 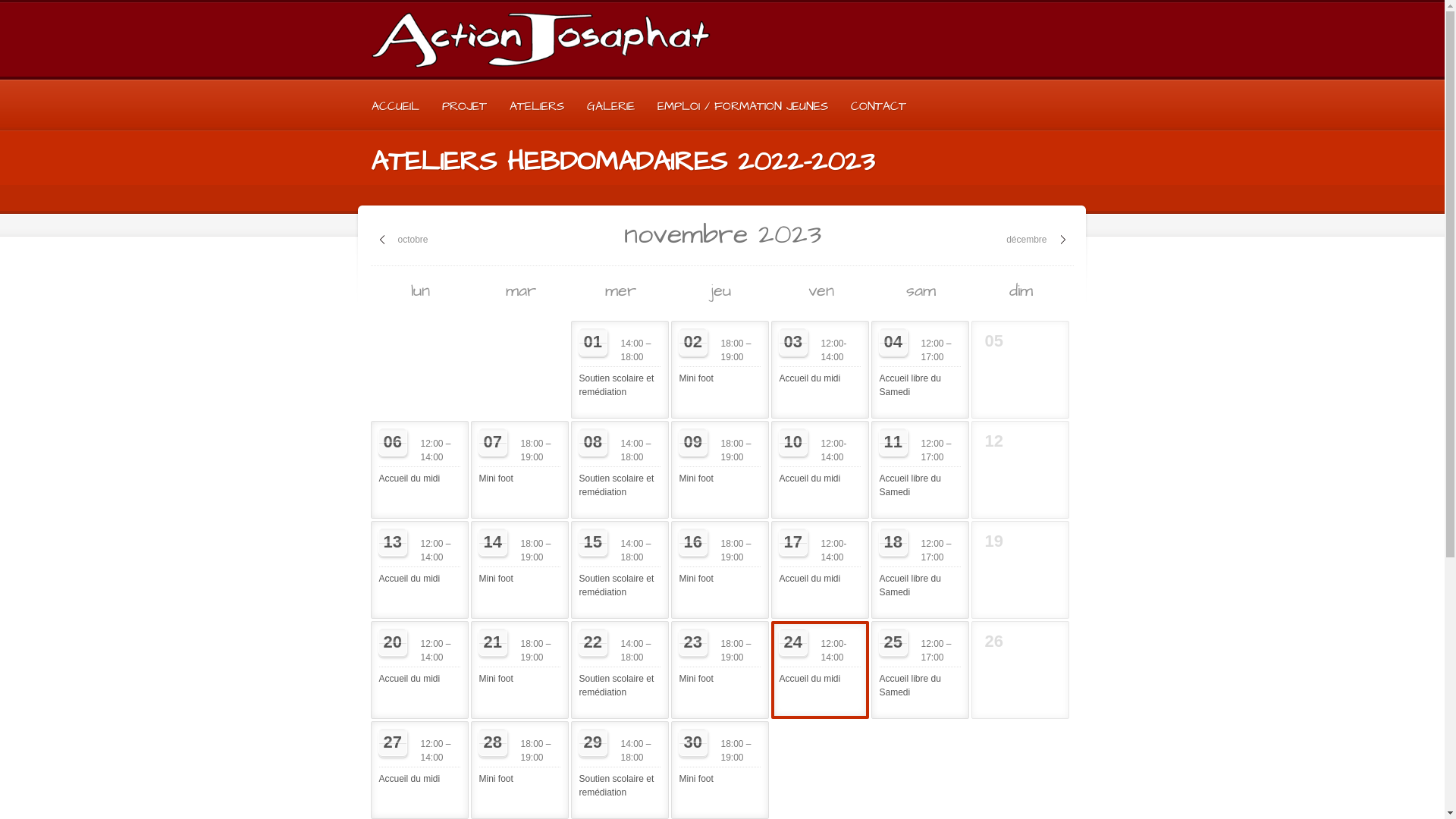 What do you see at coordinates (574, 105) in the screenshot?
I see `'GALERIE'` at bounding box center [574, 105].